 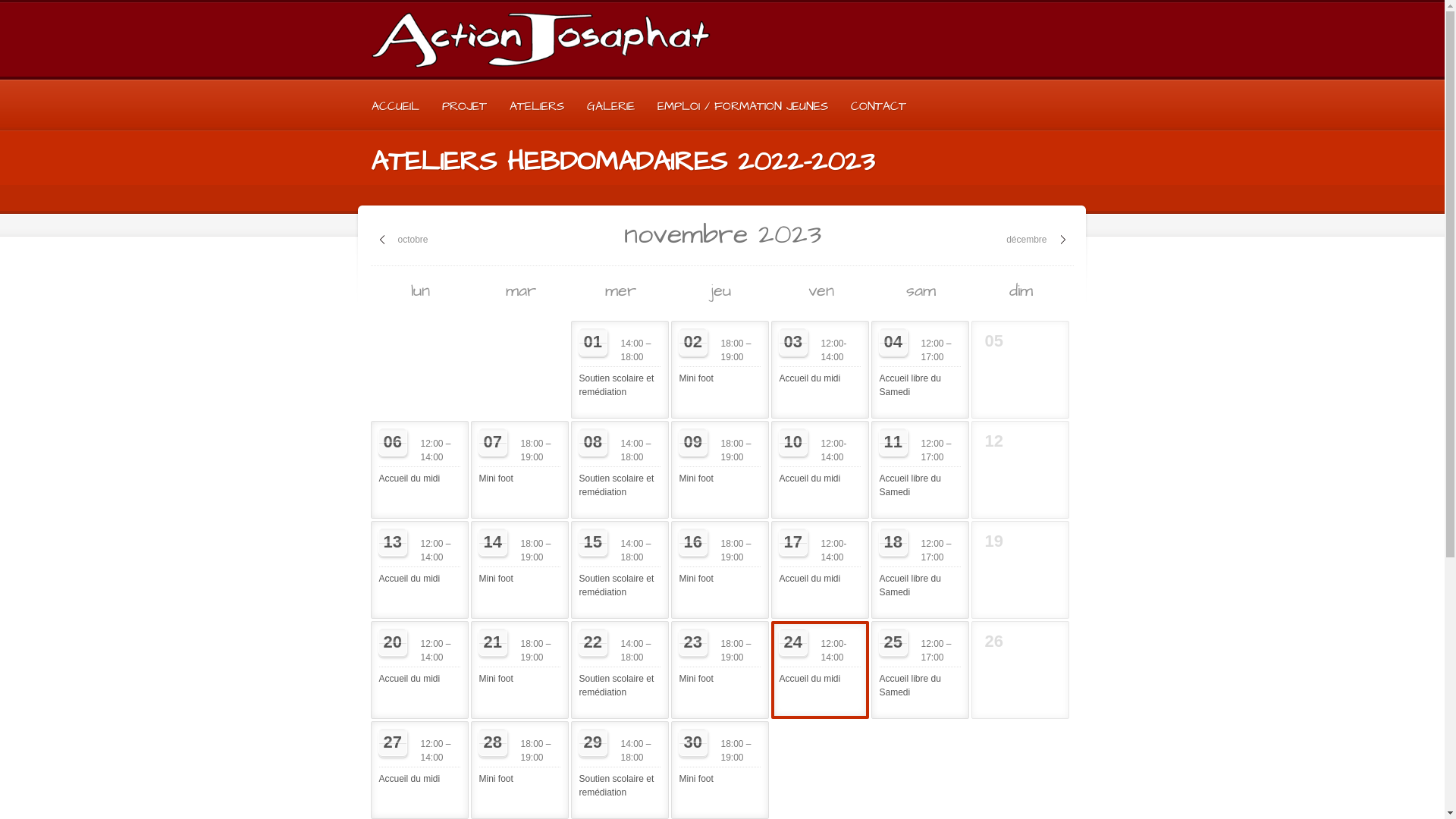 What do you see at coordinates (574, 105) in the screenshot?
I see `'GALERIE'` at bounding box center [574, 105].